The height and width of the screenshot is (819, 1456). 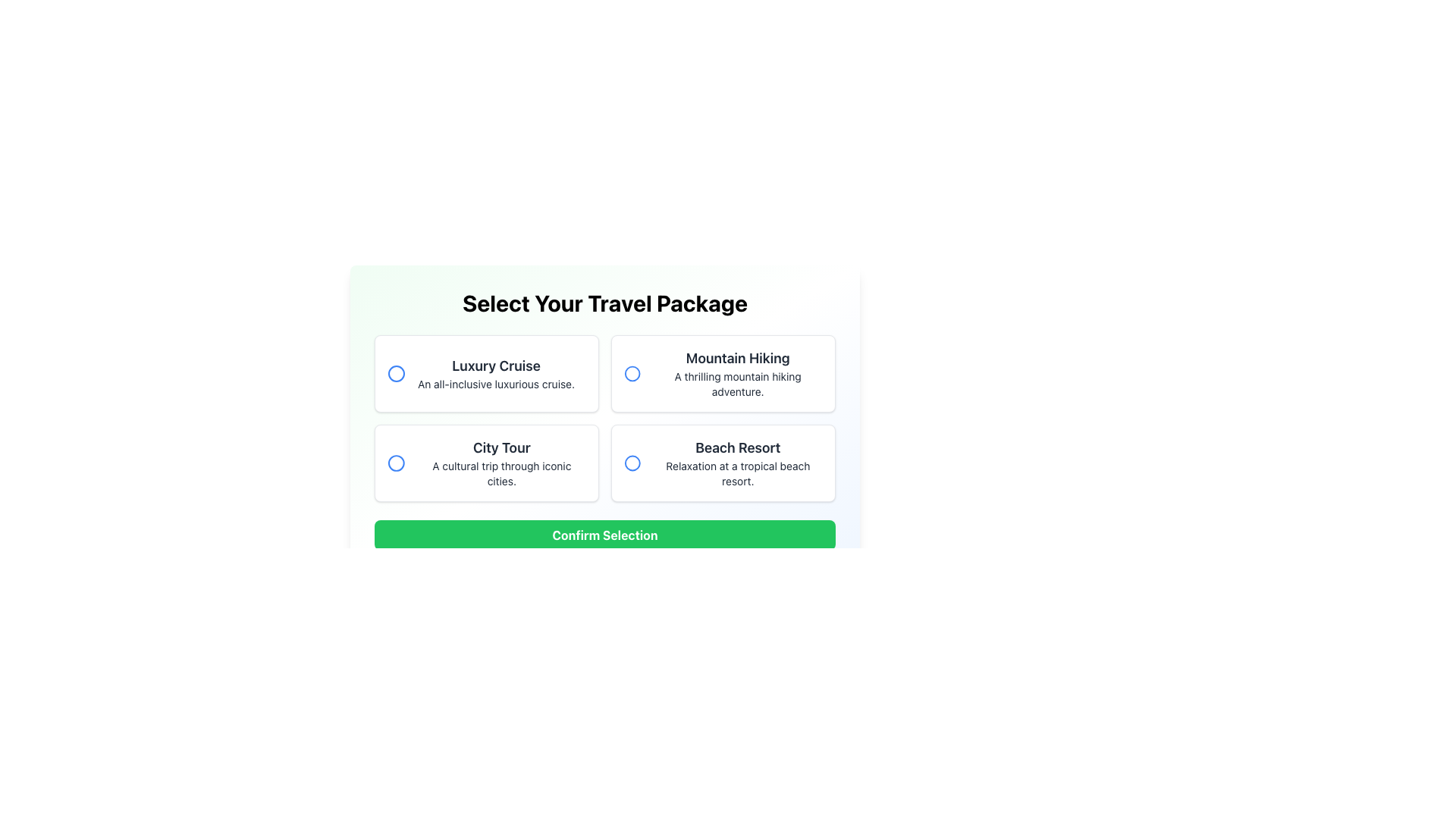 What do you see at coordinates (396, 462) in the screenshot?
I see `the third radio button for the 'City Tour' travel package located in the bottom left corner of the travel package selection interface` at bounding box center [396, 462].